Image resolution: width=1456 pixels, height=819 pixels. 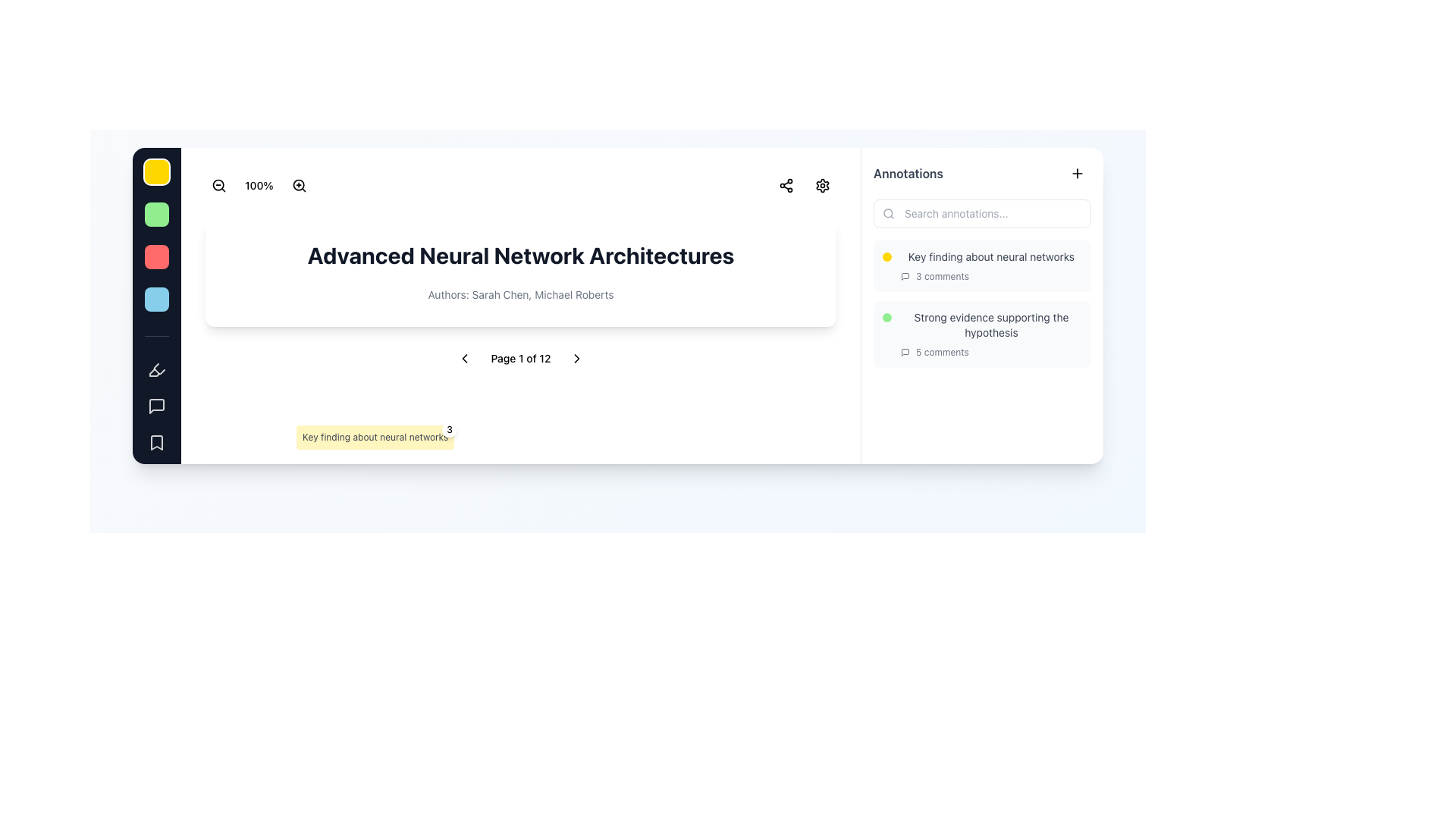 I want to click on the second list item in the annotation panel, which has a light gray background and displays the text 'Strong evidence supporting the hypothesis' with '5 comments' below it, so click(x=982, y=333).